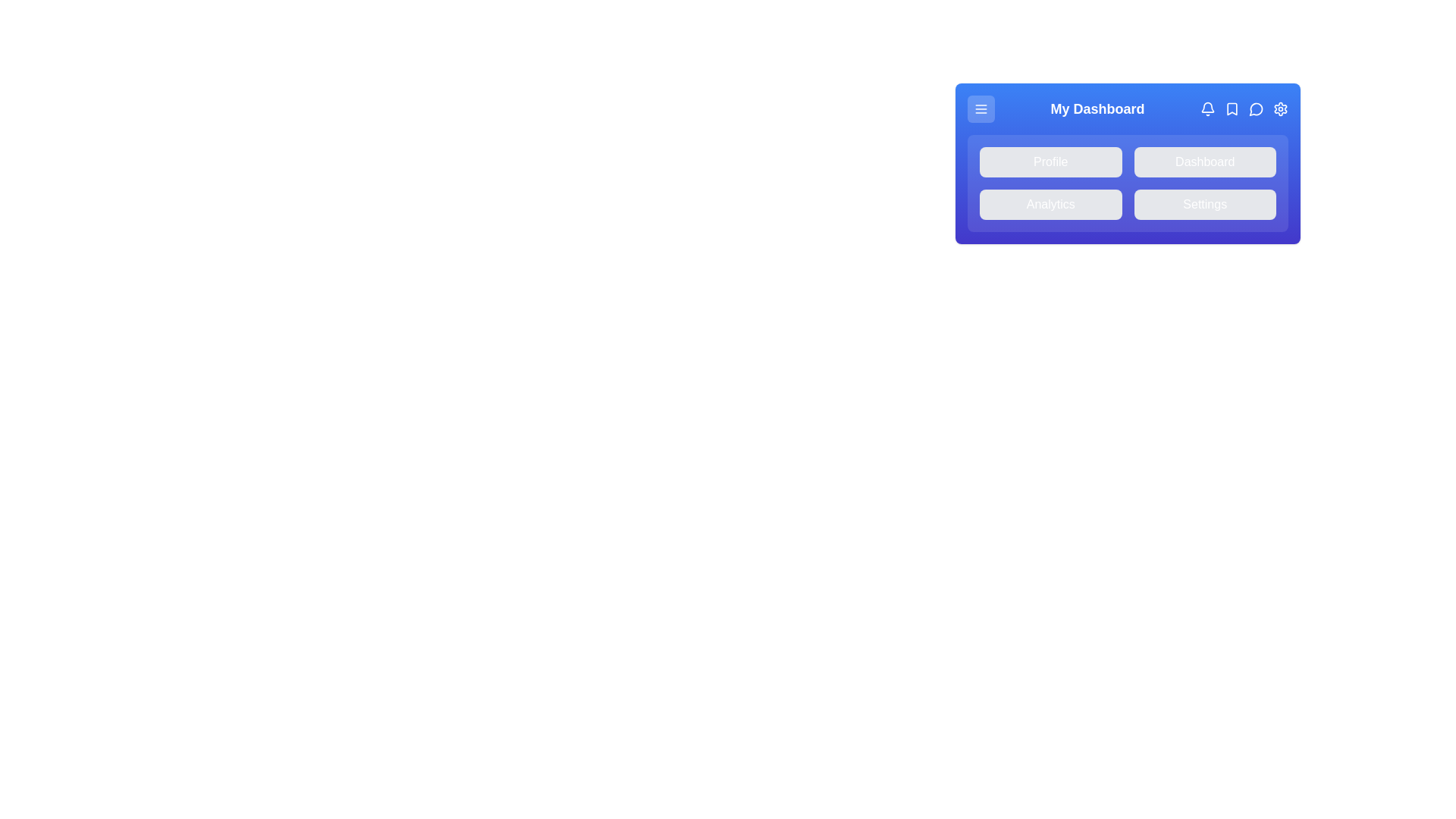  Describe the element at coordinates (1050, 205) in the screenshot. I see `the 'Analytics' button in the menu` at that location.